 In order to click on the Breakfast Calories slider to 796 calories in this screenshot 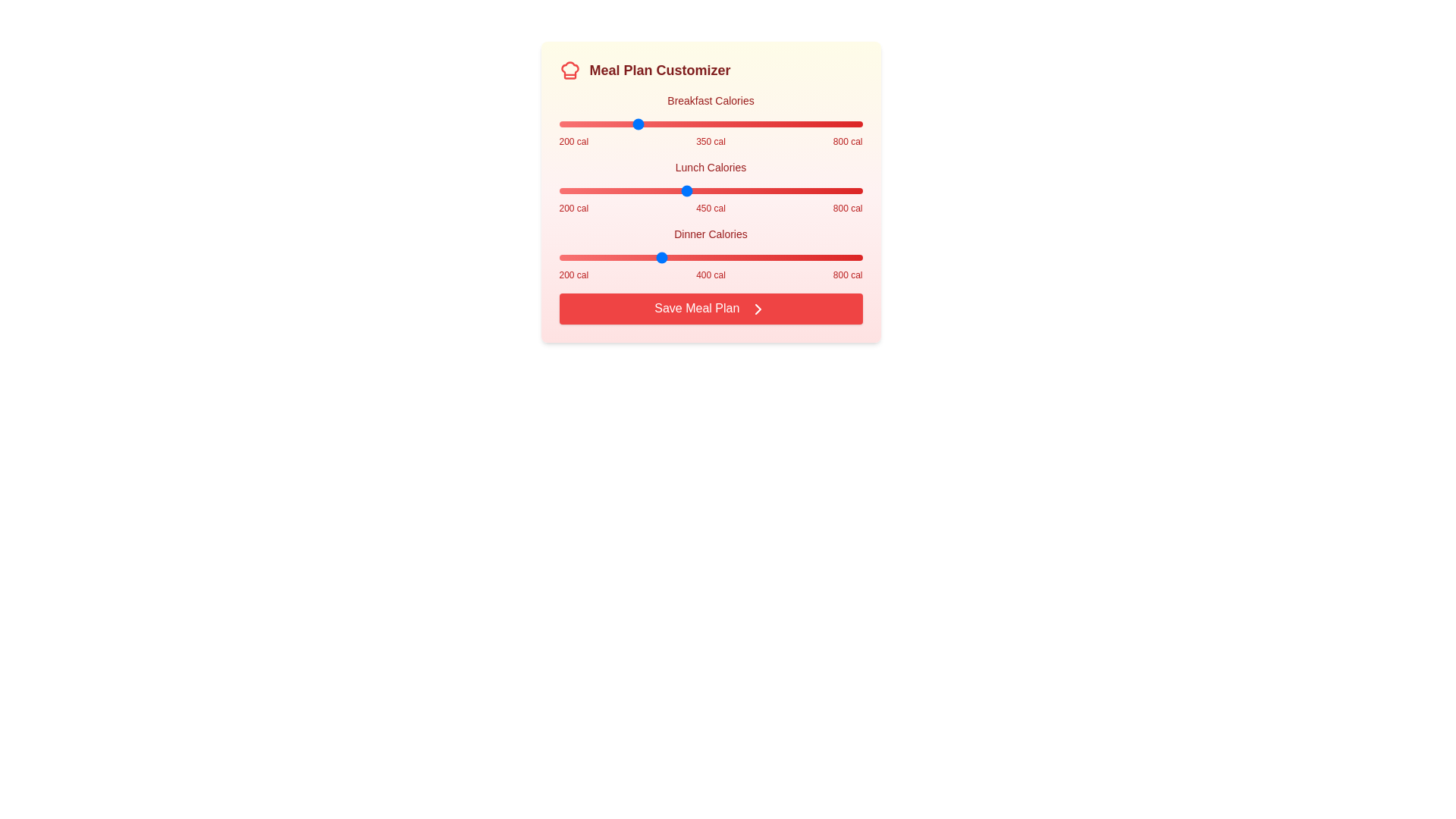, I will do `click(860, 124)`.